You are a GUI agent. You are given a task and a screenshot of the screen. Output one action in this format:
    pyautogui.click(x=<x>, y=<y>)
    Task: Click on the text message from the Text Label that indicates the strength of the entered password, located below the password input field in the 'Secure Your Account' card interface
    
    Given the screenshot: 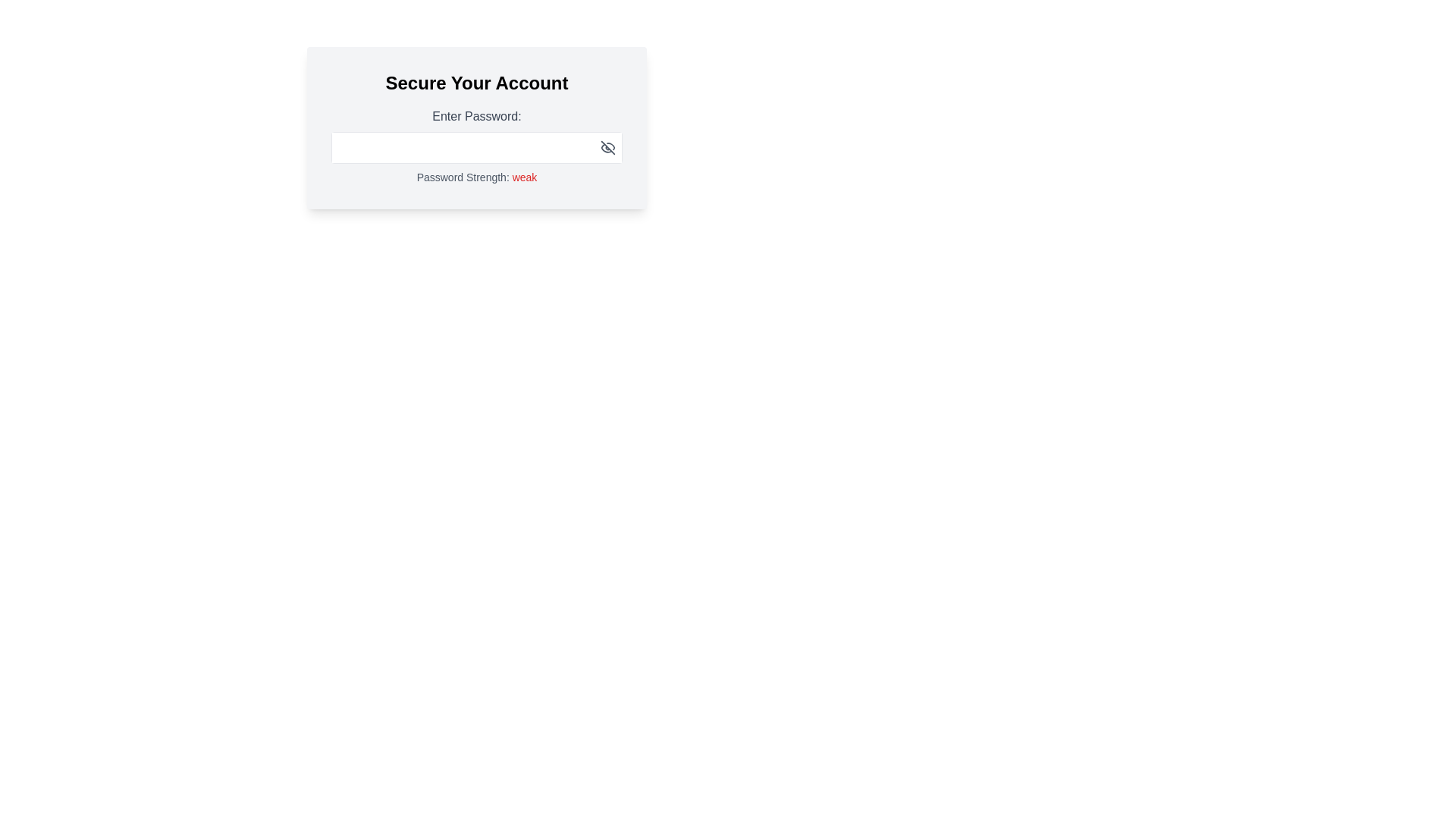 What is the action you would take?
    pyautogui.click(x=475, y=177)
    